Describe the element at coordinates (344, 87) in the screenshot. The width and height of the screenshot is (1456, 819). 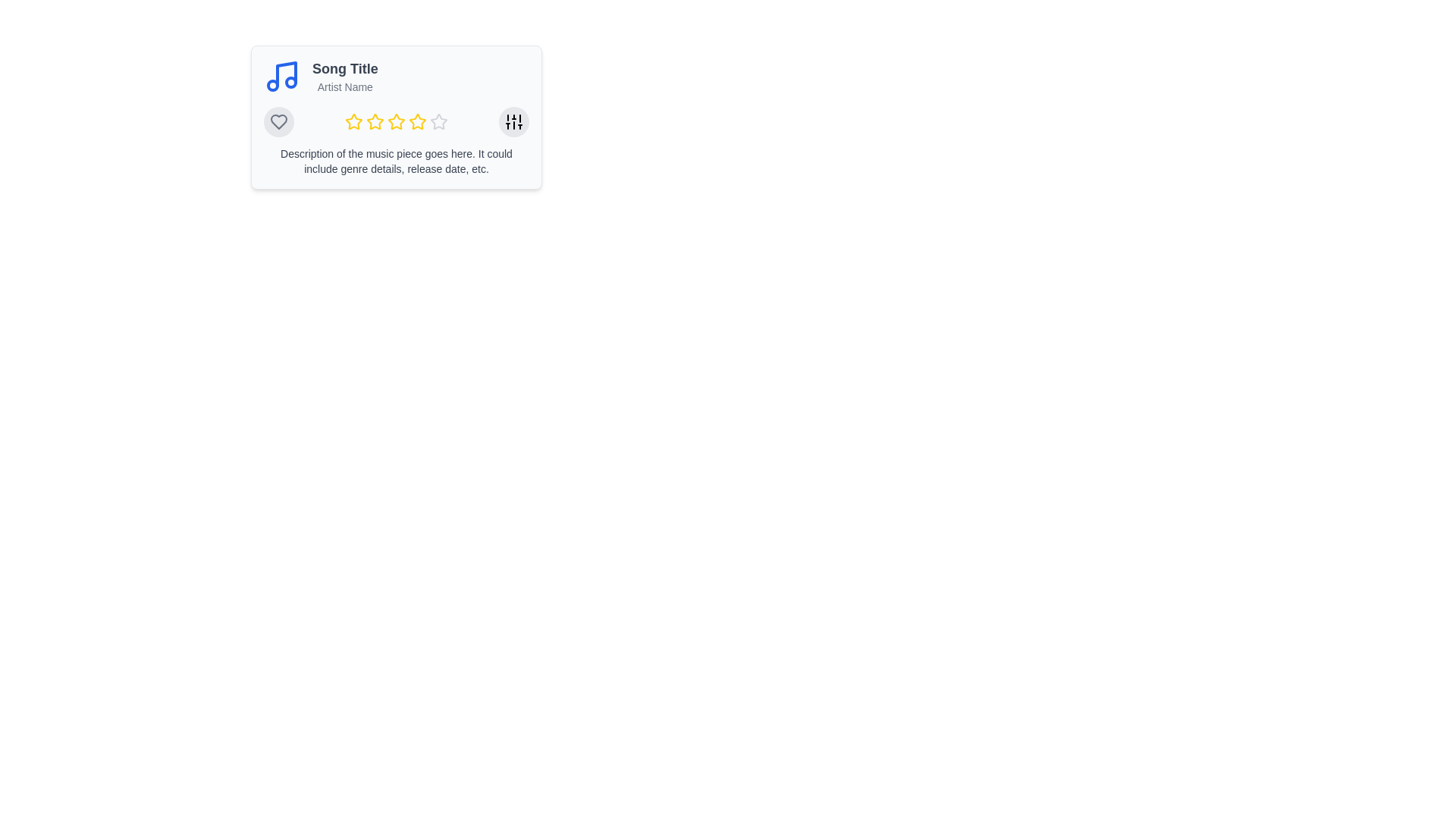
I see `the Label displaying the artist's name located beneath the 'Song Title' text in the card layout` at that location.